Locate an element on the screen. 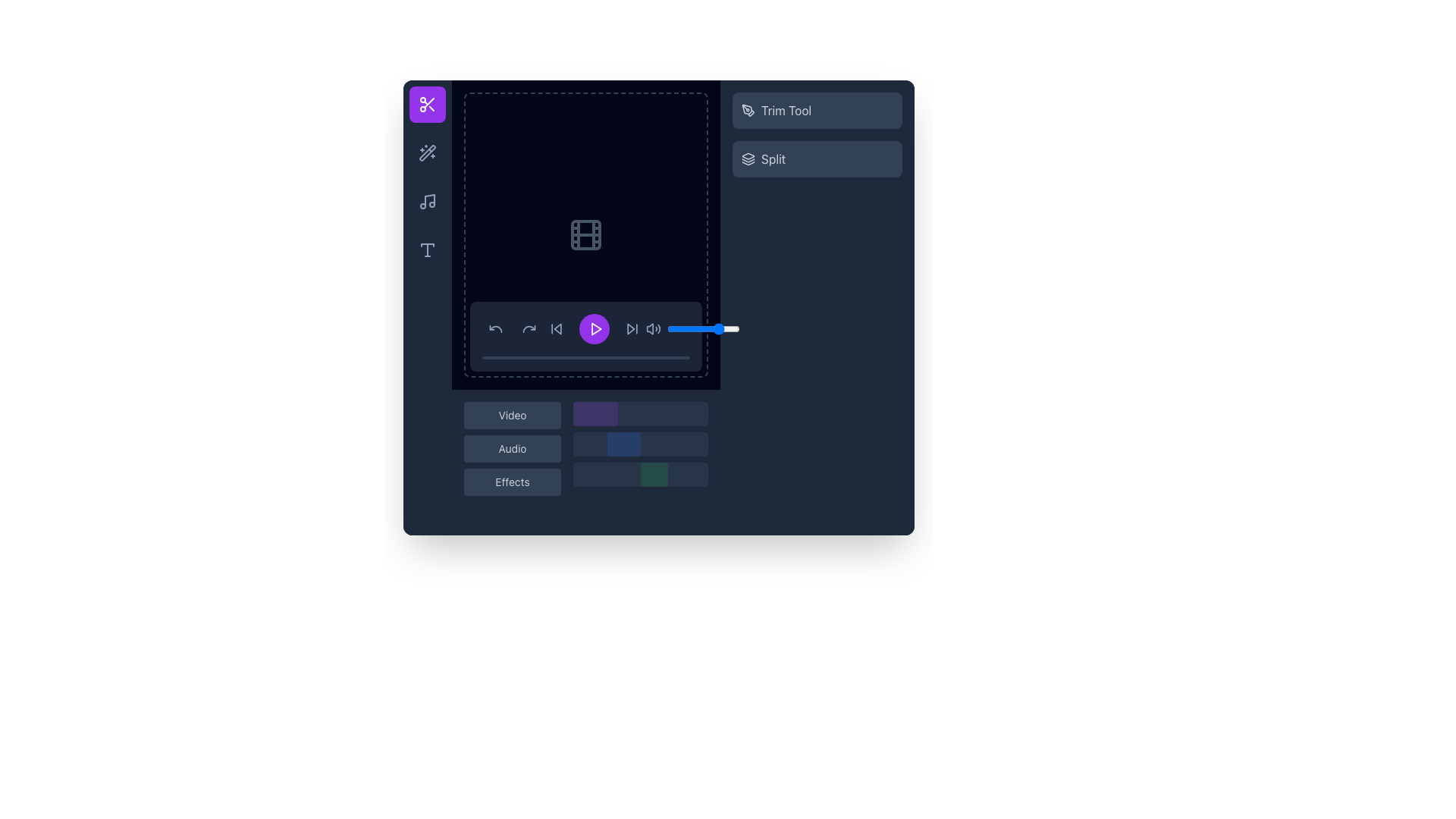  the light slate colored button with a musical note icon, which is the third button in a vertical column on the left side of the interface is located at coordinates (427, 201).